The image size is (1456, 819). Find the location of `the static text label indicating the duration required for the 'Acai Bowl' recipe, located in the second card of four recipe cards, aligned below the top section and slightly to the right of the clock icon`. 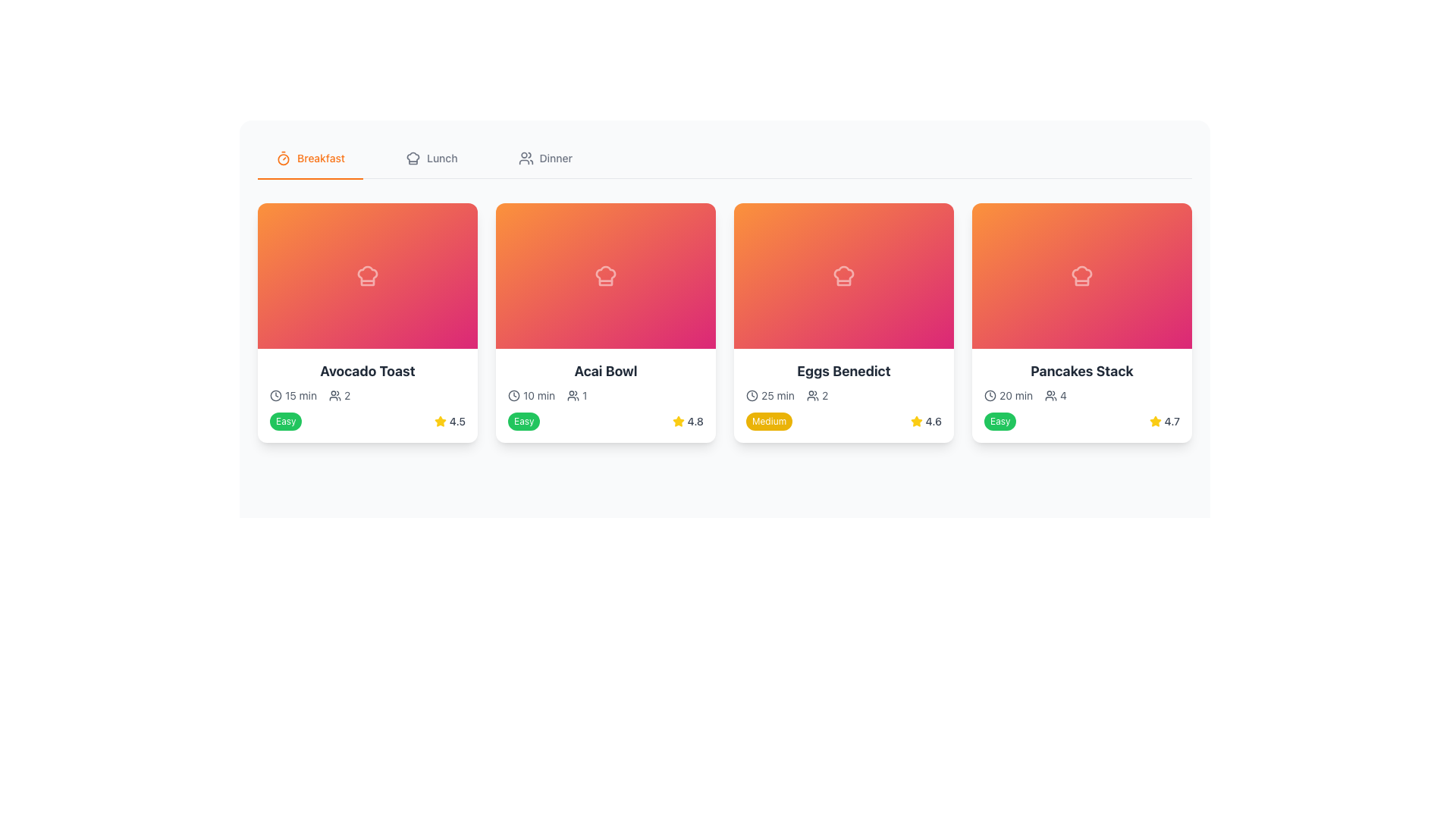

the static text label indicating the duration required for the 'Acai Bowl' recipe, located in the second card of four recipe cards, aligned below the top section and slightly to the right of the clock icon is located at coordinates (539, 394).